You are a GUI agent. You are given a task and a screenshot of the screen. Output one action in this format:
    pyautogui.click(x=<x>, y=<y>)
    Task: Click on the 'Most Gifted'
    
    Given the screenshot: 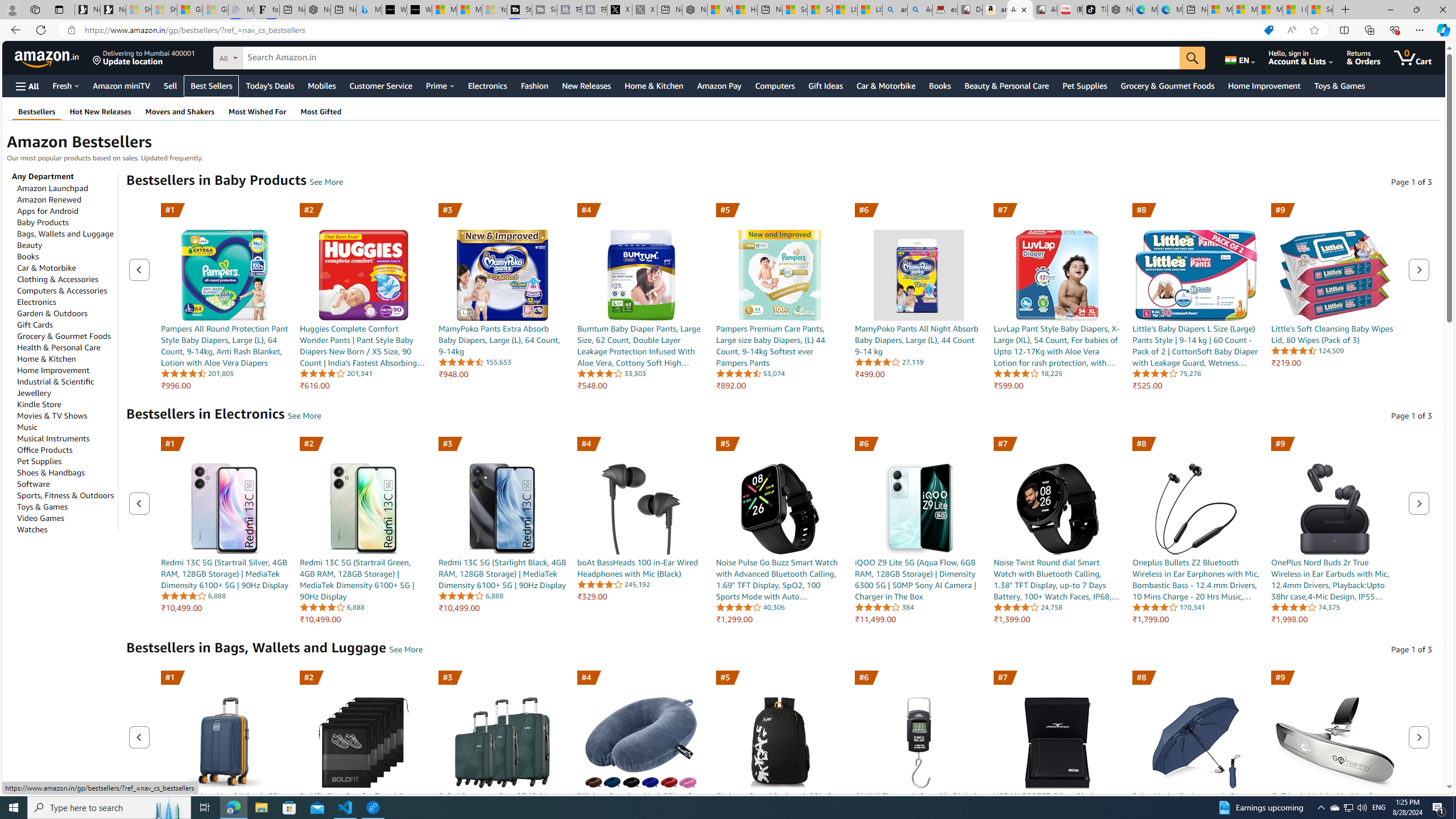 What is the action you would take?
    pyautogui.click(x=320, y=111)
    